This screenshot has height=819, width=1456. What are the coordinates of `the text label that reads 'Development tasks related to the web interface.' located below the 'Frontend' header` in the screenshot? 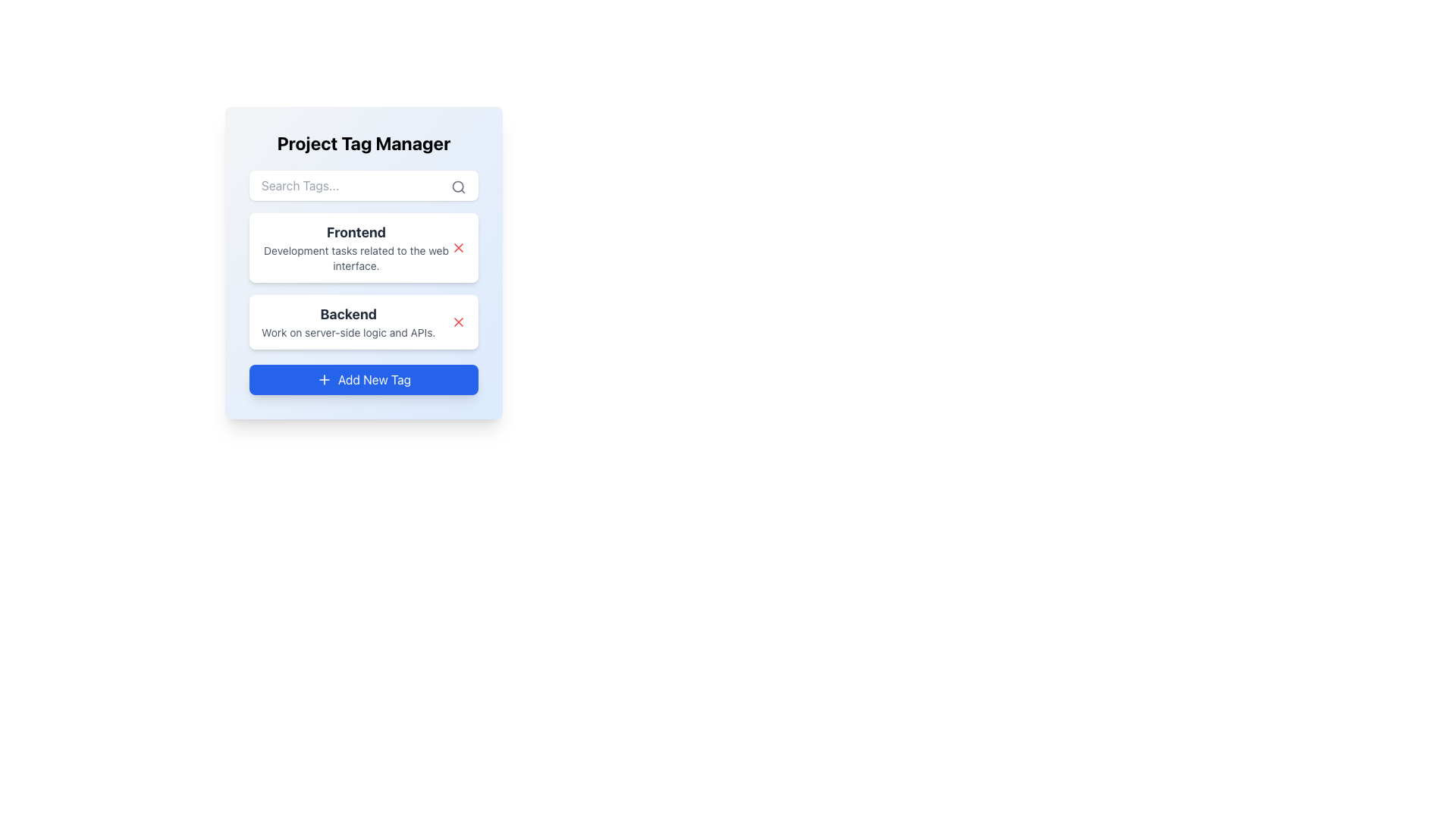 It's located at (356, 257).